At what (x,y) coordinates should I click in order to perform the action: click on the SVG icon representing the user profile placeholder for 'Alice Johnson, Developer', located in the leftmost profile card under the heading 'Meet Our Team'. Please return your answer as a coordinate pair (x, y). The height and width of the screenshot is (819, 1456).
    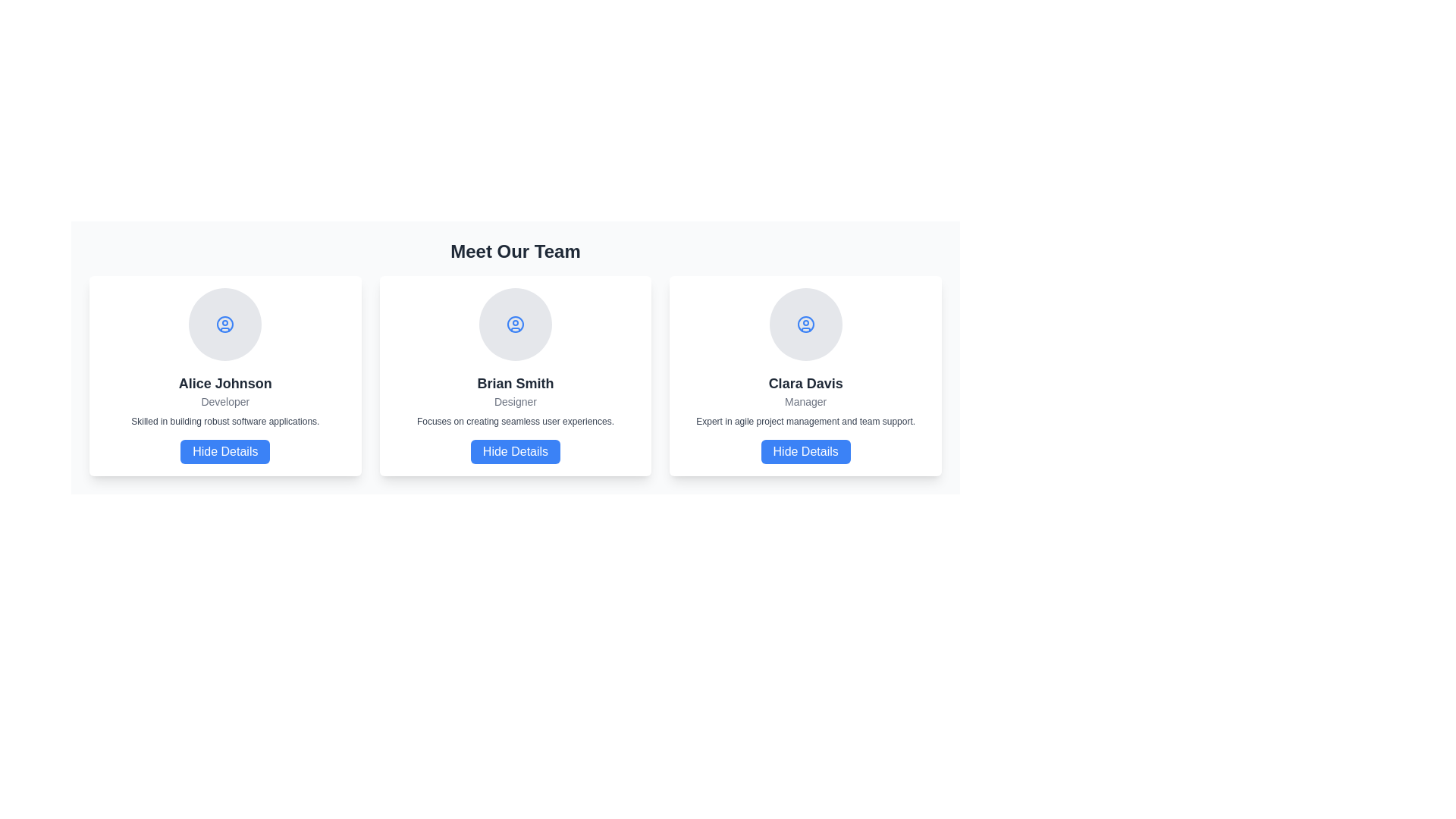
    Looking at the image, I should click on (224, 324).